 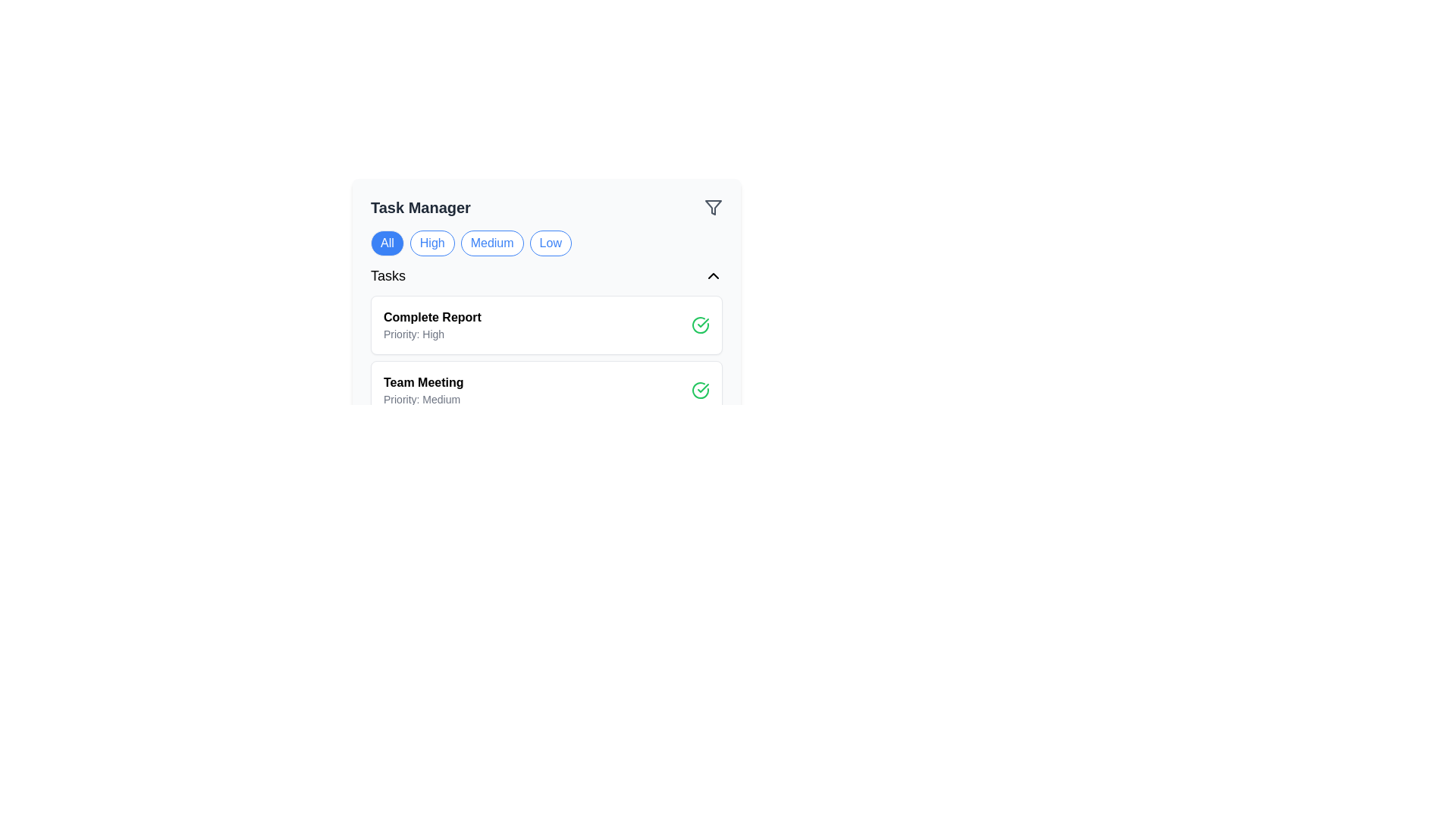 What do you see at coordinates (387, 242) in the screenshot?
I see `the Filter button labeled 'All', which has a rounded pill shape with a blue background and white text` at bounding box center [387, 242].